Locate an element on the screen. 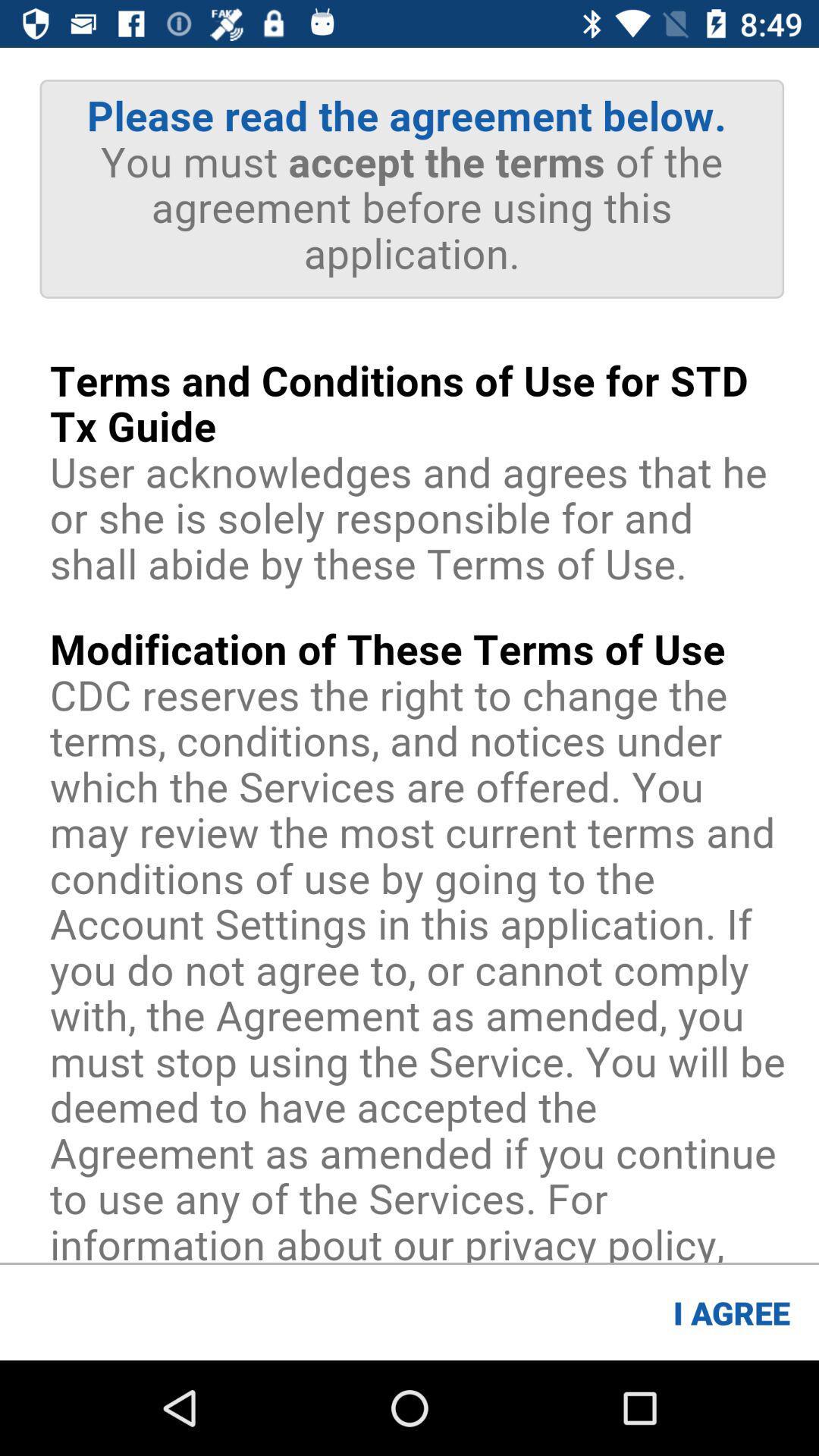  advertisement page is located at coordinates (409, 655).